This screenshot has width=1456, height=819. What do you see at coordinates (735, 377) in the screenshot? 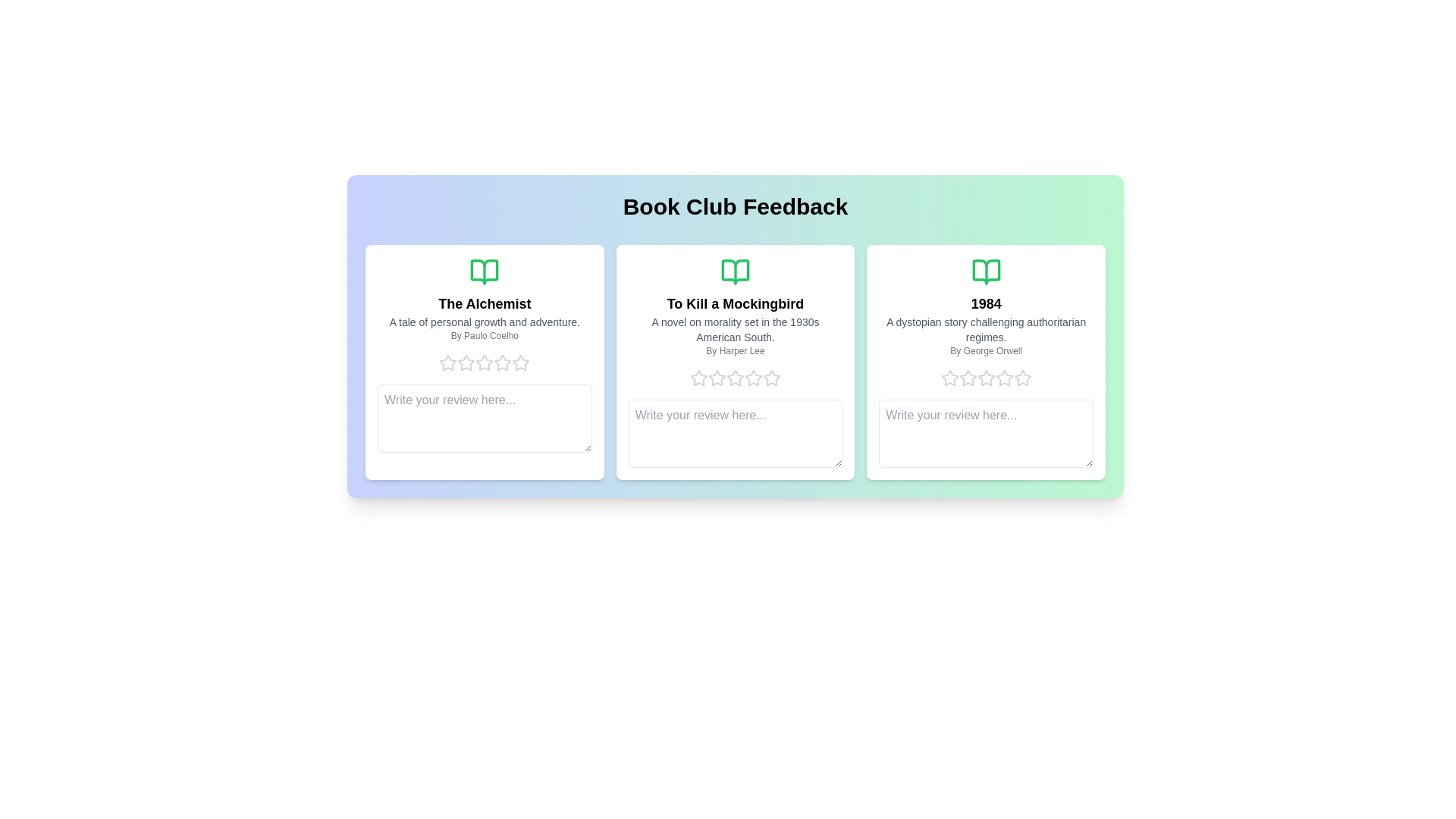
I see `the second star in the star-shaped rating icon to rate 'To Kill a Mockingbird' with 2 stars` at bounding box center [735, 377].